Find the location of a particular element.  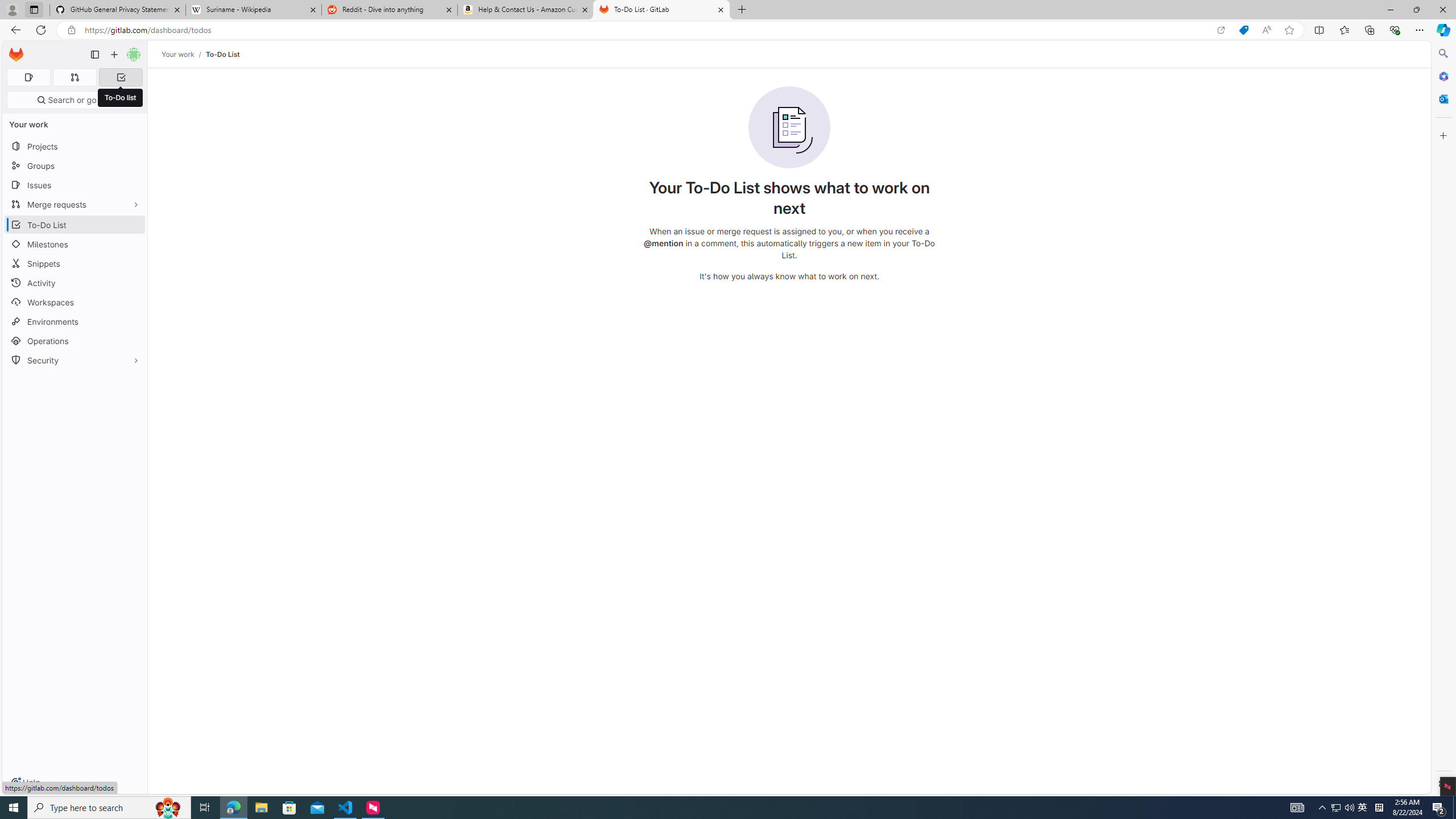

'To-Do list' is located at coordinates (120, 98).